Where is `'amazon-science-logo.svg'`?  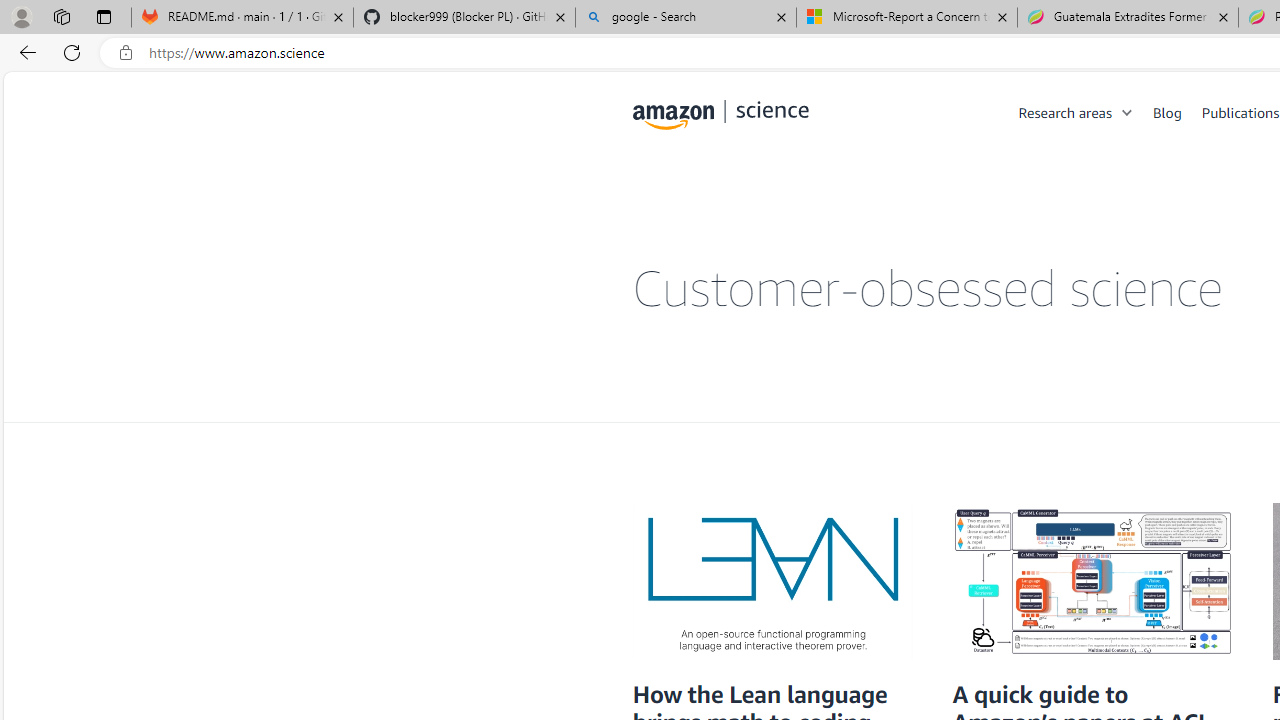
'amazon-science-logo.svg' is located at coordinates (720, 115).